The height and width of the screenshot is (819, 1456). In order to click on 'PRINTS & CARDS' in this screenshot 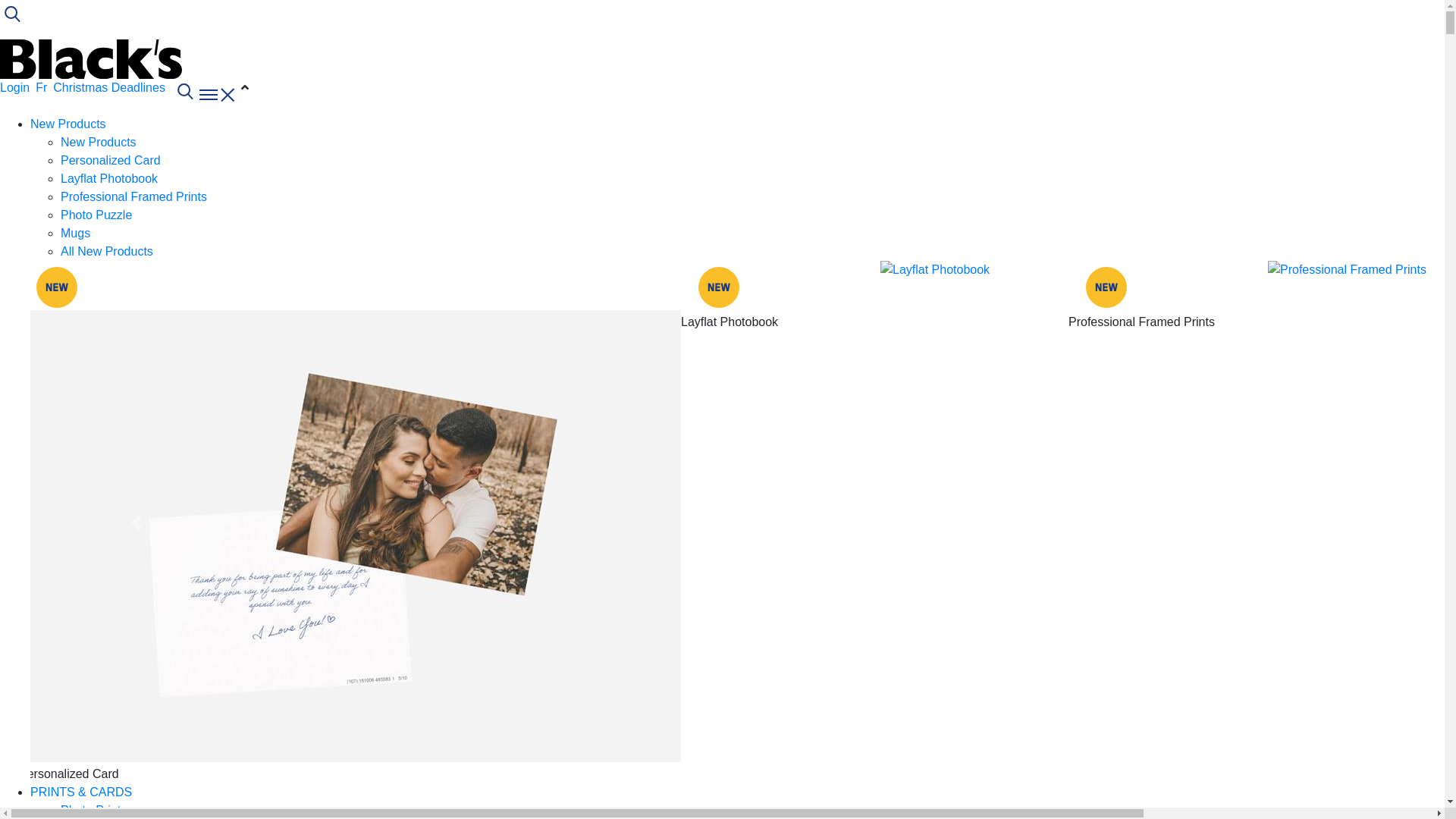, I will do `click(80, 791)`.